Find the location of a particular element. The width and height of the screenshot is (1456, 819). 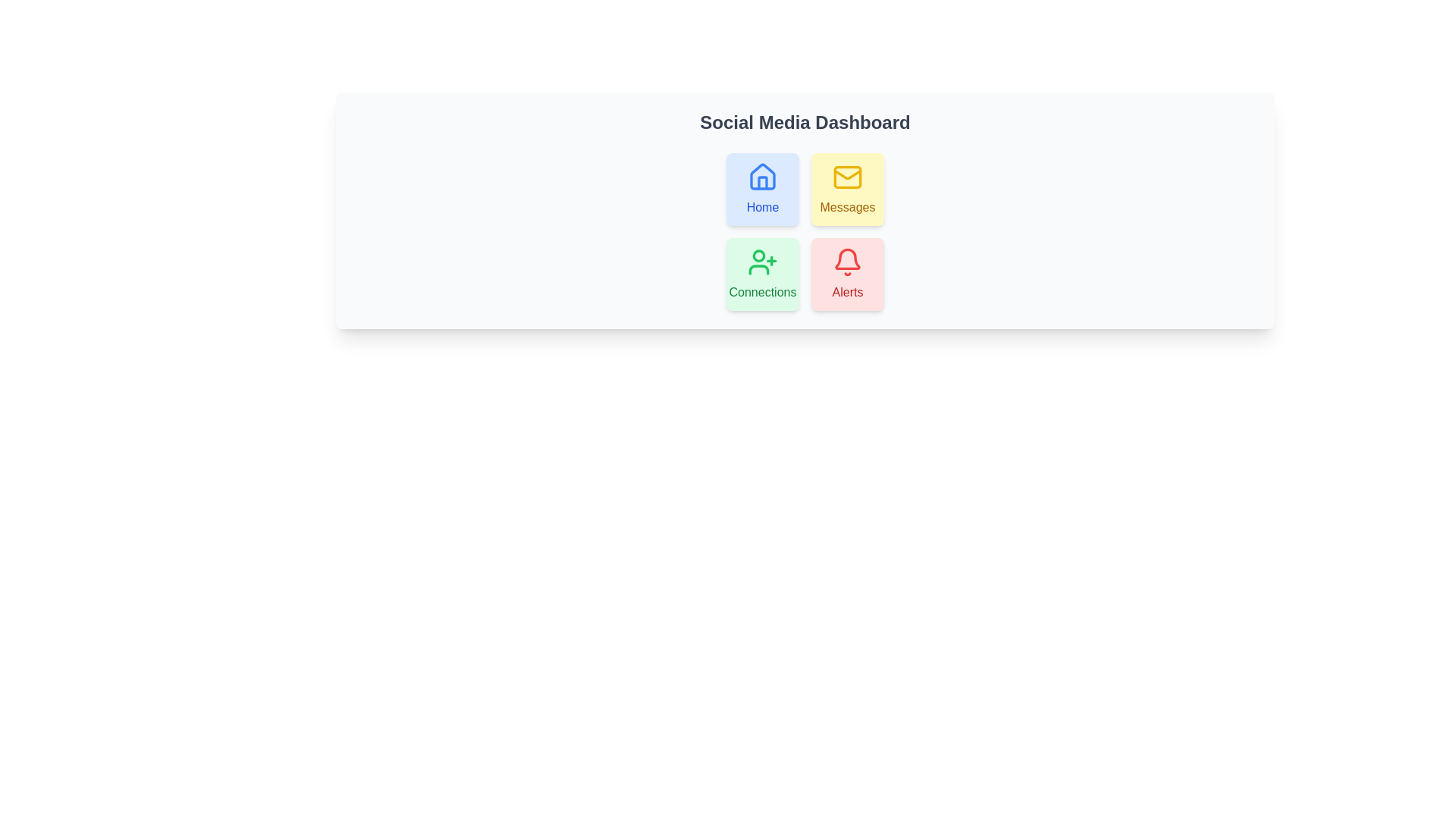

the graphical icon component representing the envelope's body within the 'Messages' icon, which is the second item in the grid of four icons under the 'Social Media Dashboard' header is located at coordinates (847, 177).